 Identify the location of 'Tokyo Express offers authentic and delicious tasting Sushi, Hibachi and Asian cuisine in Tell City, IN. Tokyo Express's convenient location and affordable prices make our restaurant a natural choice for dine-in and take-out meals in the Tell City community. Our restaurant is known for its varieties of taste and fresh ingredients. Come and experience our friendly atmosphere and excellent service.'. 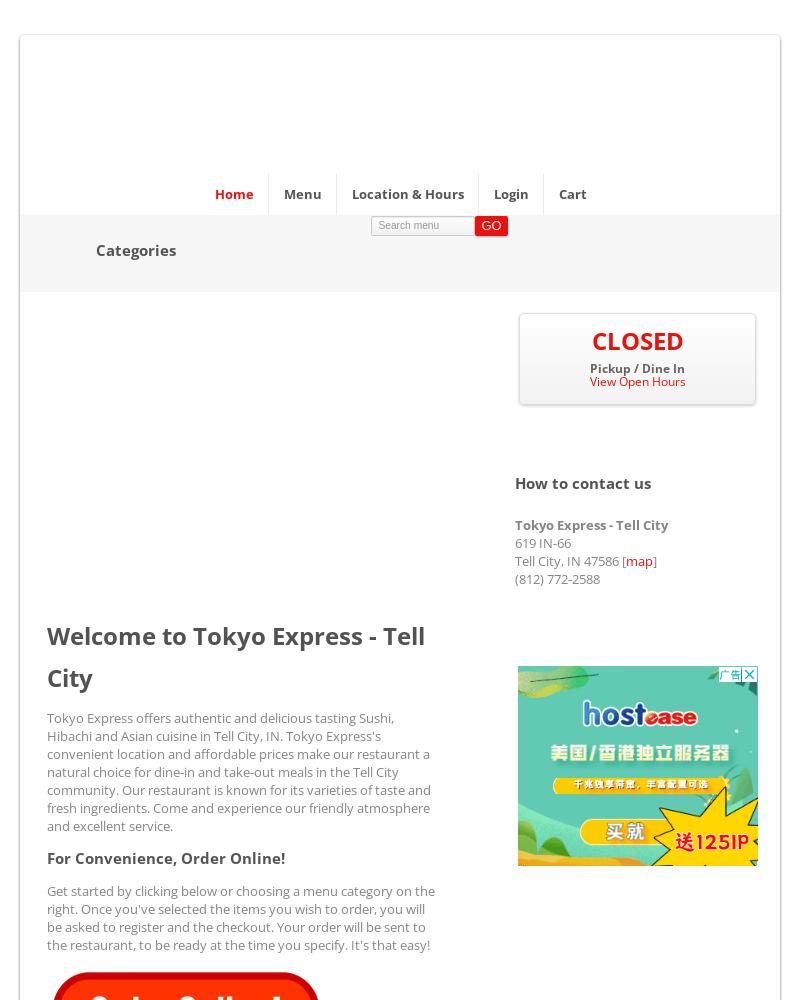
(237, 772).